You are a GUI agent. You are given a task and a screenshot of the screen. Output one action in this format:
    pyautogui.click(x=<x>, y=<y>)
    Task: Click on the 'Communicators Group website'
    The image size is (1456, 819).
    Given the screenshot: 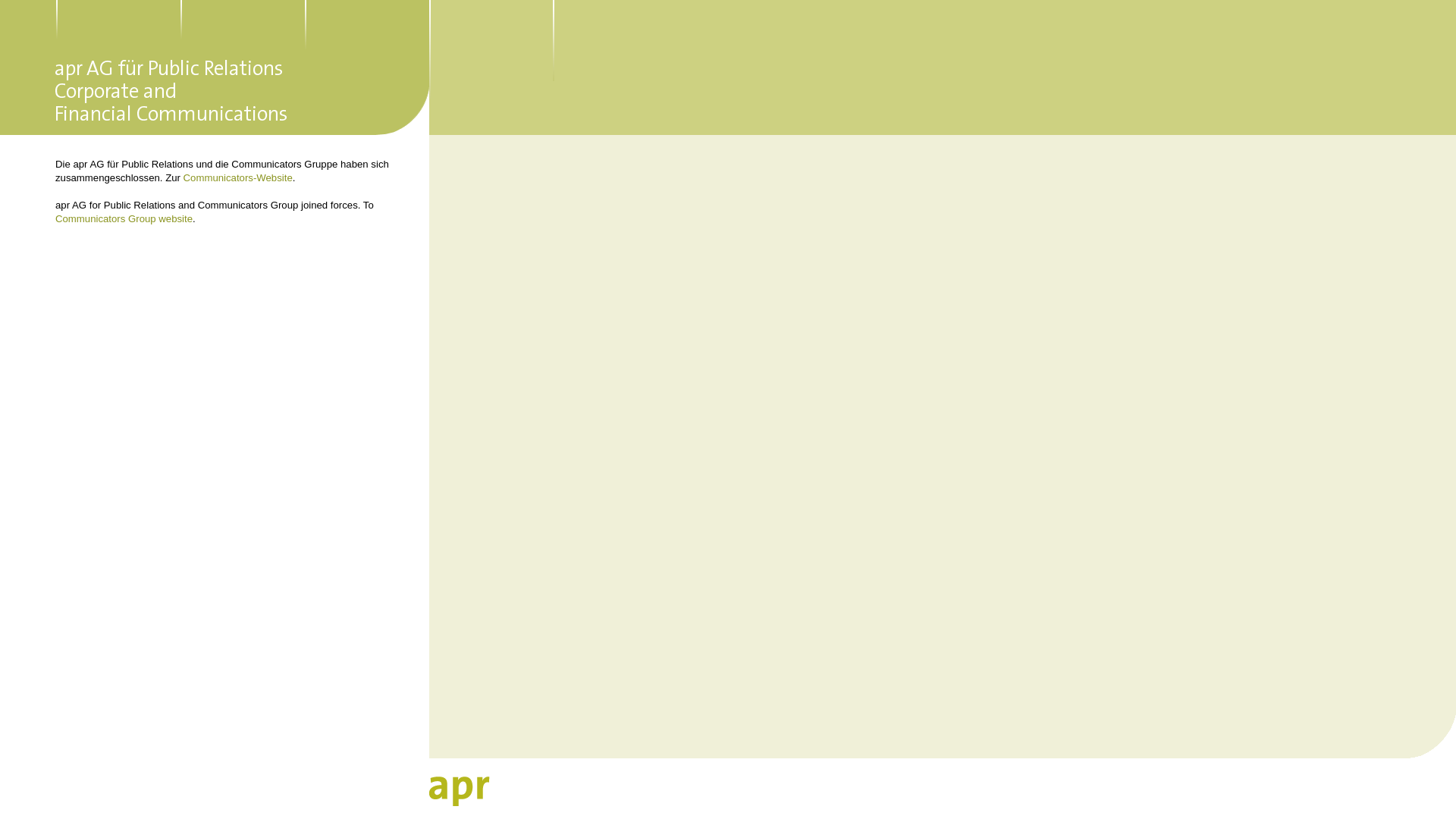 What is the action you would take?
    pyautogui.click(x=124, y=218)
    